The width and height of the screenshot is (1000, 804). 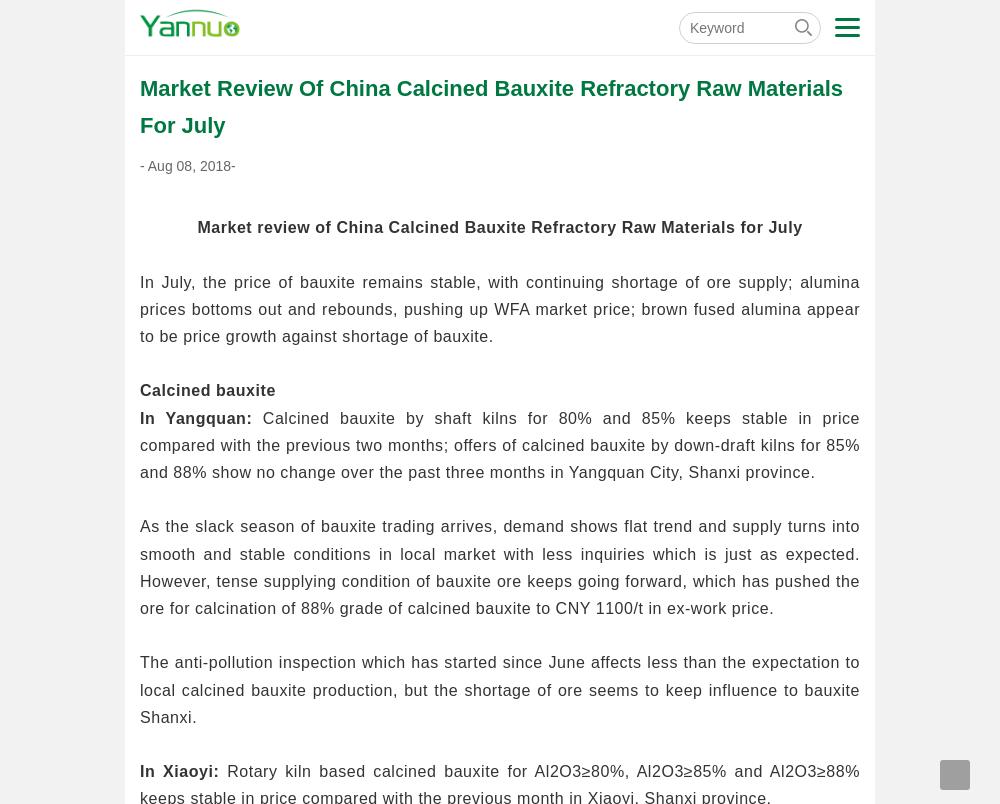 I want to click on 'As the slack season of bauxite trading arrives, demand shows flat trend and supply turns into smooth and stable conditions in local market with less inquiries which is just as expected. However, tense supplying condition of bauxite ore keeps going forward, which has pushed the ore for calcination of 88% grade of calcined bauxite to CNY 1100/t in ex-work price.', so click(x=500, y=565).